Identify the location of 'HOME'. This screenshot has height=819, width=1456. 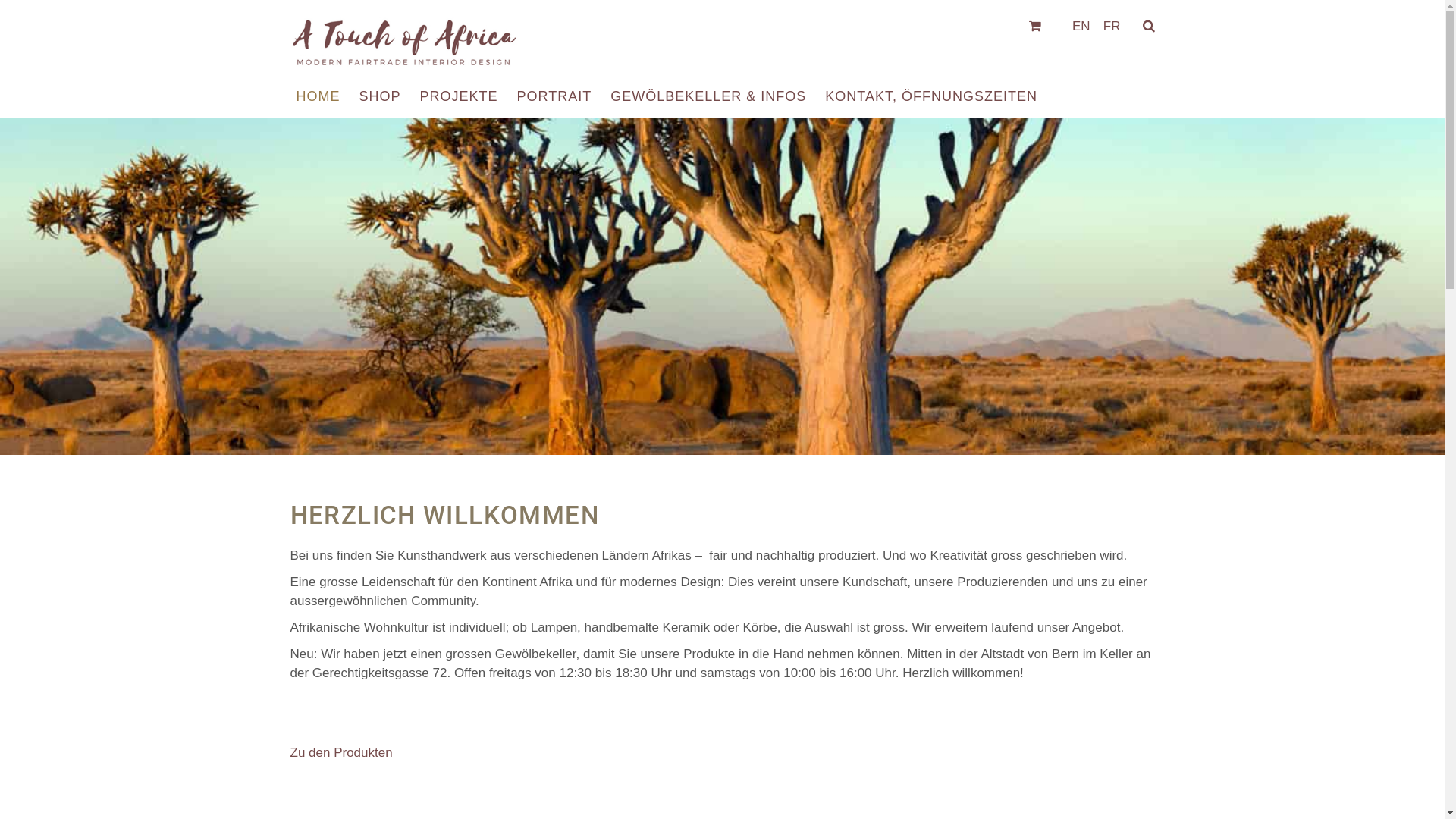
(316, 96).